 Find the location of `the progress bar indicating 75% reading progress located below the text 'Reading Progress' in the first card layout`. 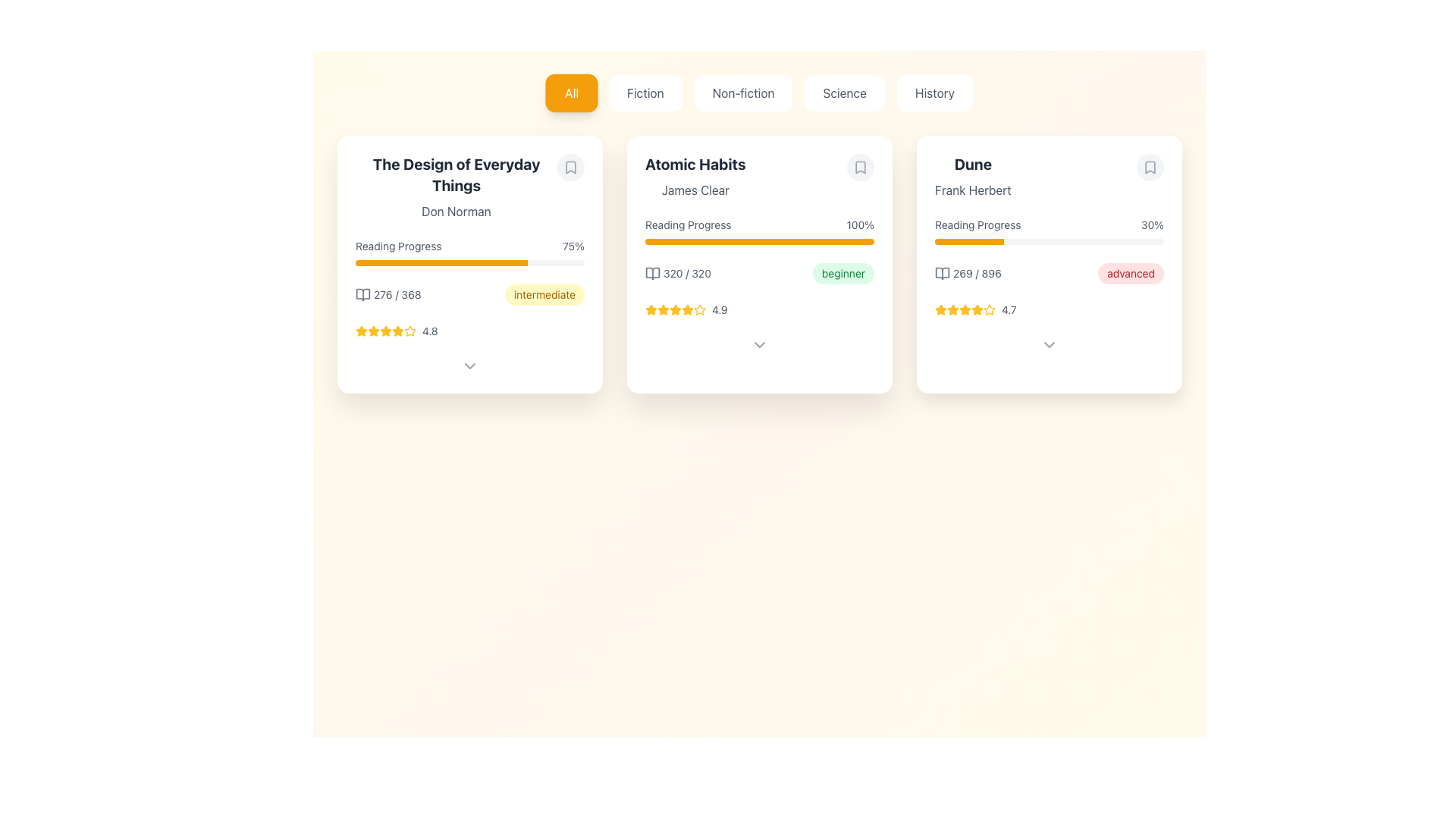

the progress bar indicating 75% reading progress located below the text 'Reading Progress' in the first card layout is located at coordinates (469, 262).